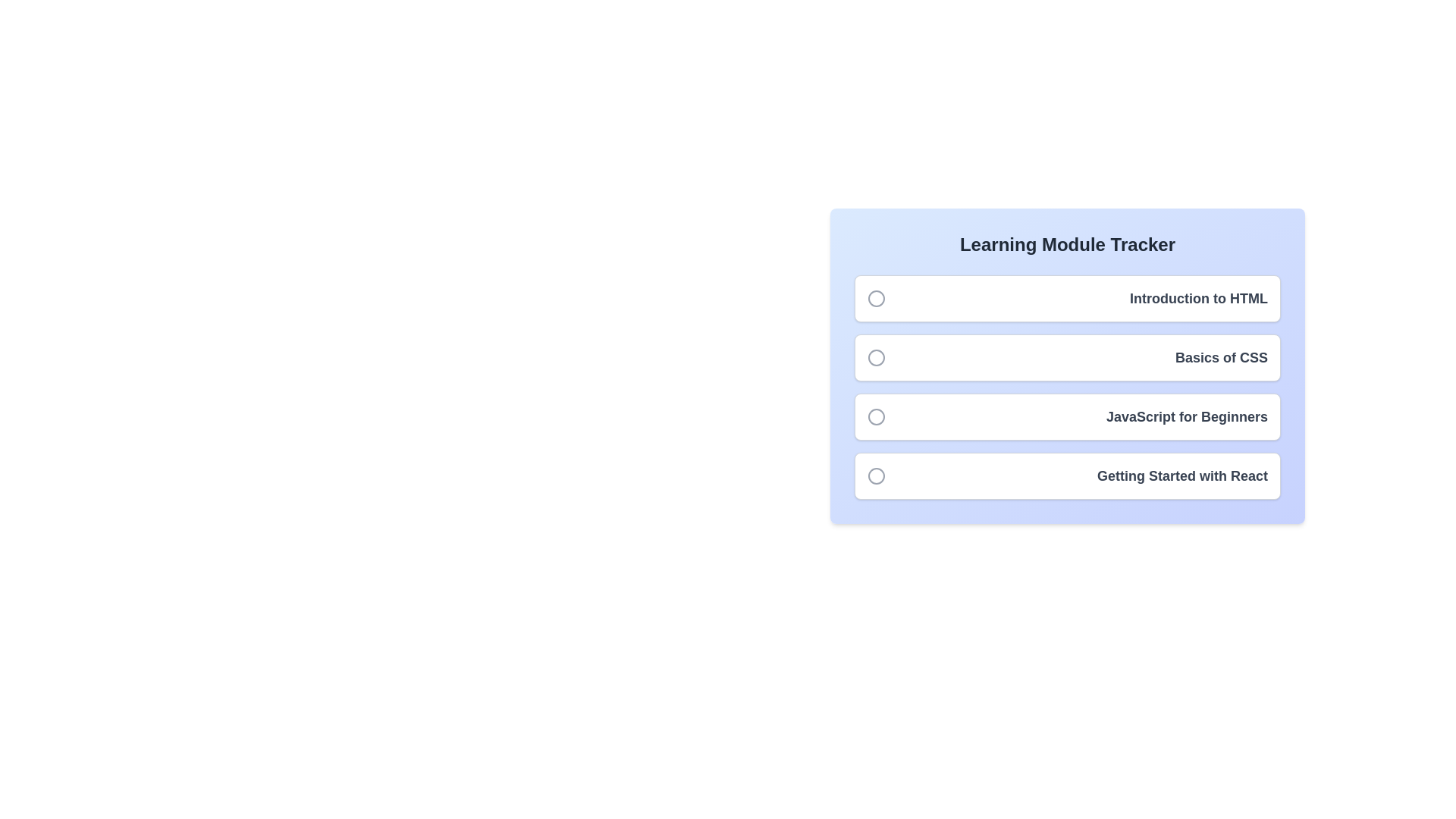 The image size is (1456, 819). Describe the element at coordinates (1066, 298) in the screenshot. I see `the circular button of the 'Introduction to HTML' module in the Learning Module Tracker` at that location.